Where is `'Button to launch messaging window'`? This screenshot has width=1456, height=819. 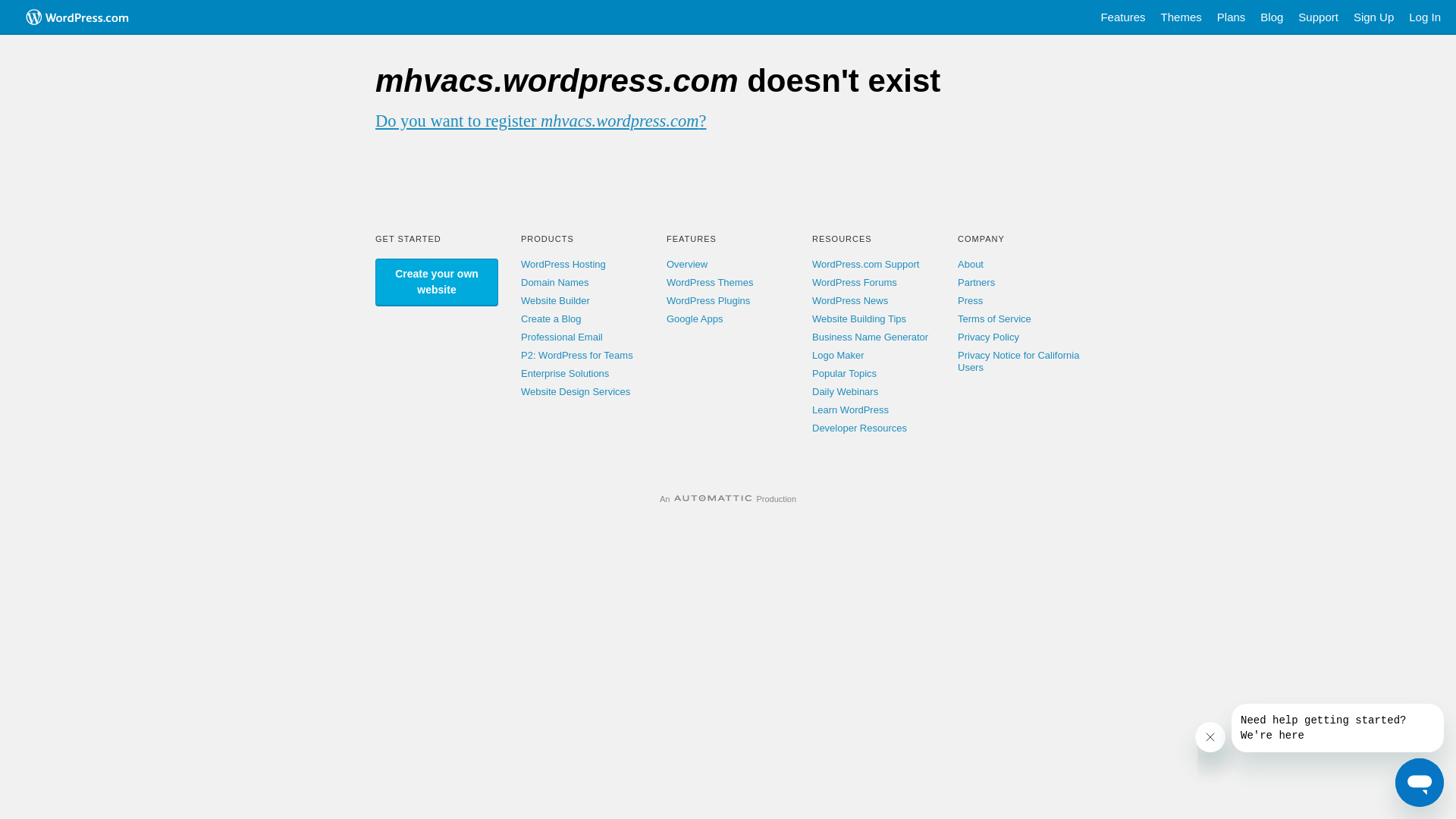 'Button to launch messaging window' is located at coordinates (1395, 783).